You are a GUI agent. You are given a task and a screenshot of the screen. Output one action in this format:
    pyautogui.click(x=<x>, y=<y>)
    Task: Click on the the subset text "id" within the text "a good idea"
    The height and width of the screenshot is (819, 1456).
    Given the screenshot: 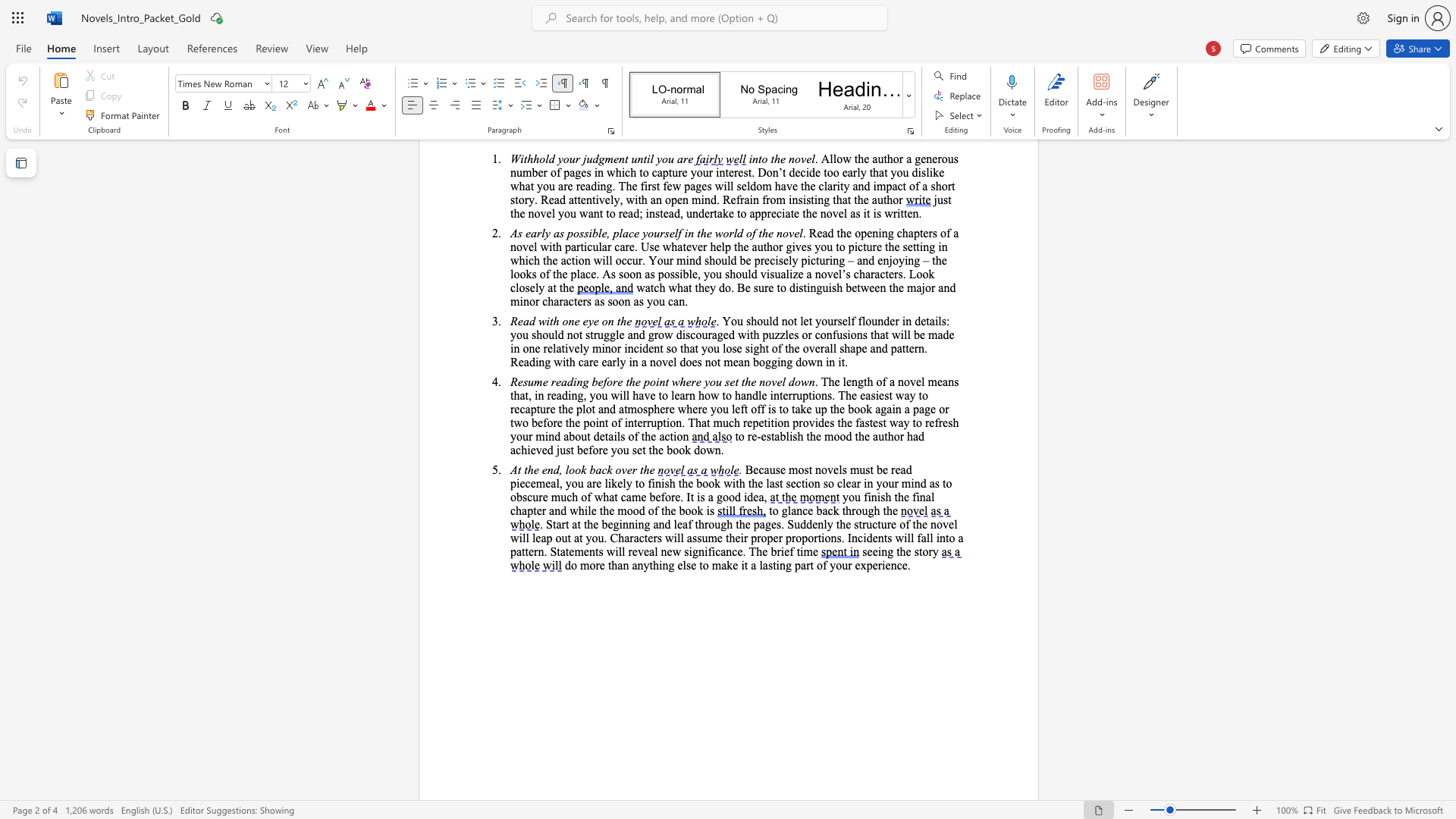 What is the action you would take?
    pyautogui.click(x=743, y=497)
    